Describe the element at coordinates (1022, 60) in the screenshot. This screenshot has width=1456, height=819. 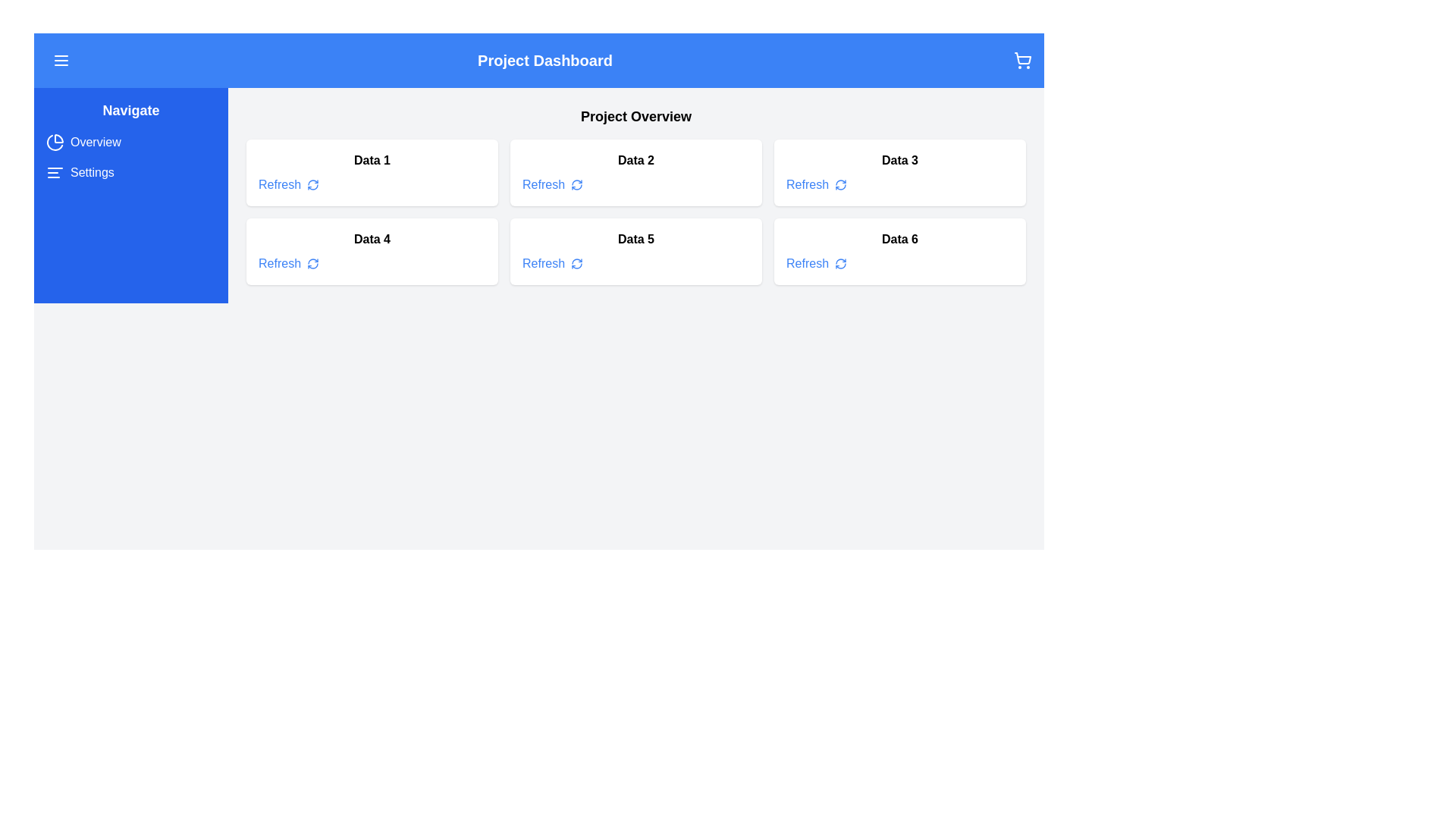
I see `the shopping cart icon located in the top-right corner of the blue toolbar header` at that location.